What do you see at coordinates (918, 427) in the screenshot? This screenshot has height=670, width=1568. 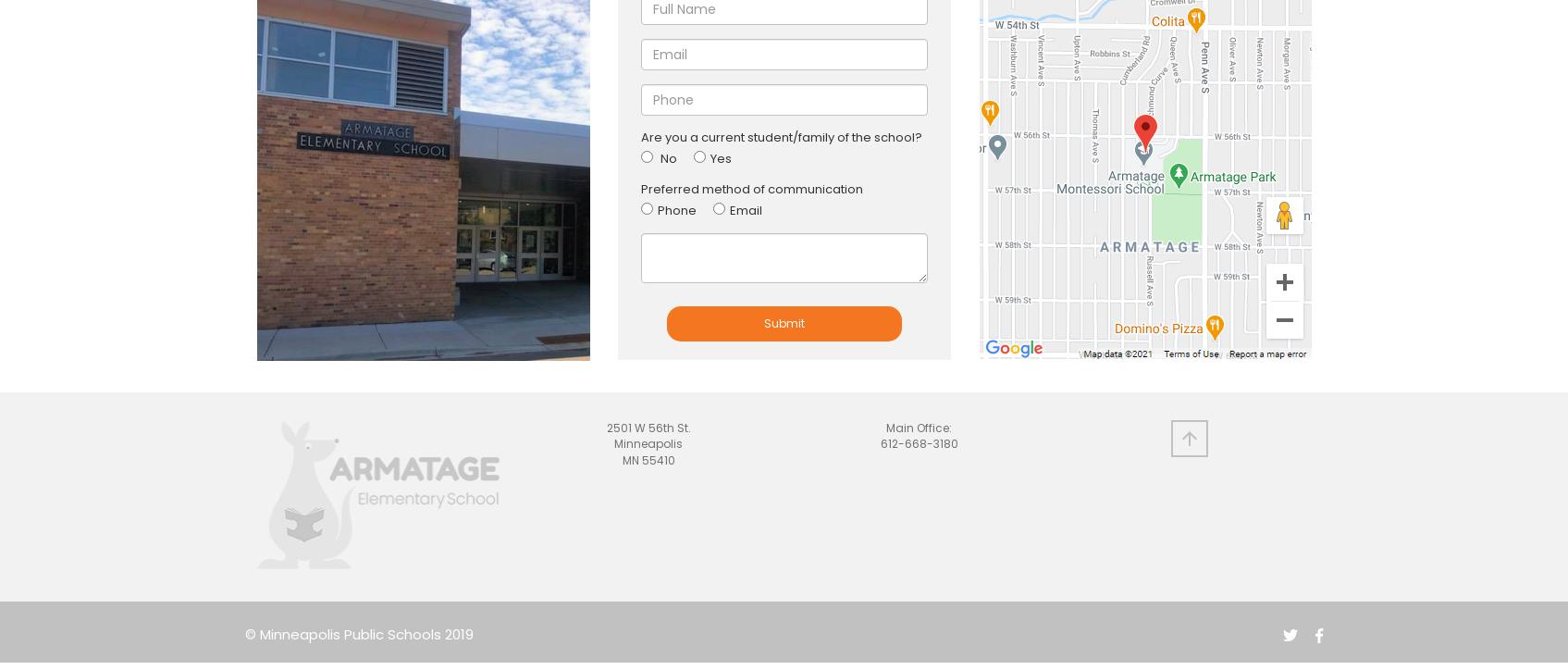 I see `'Main Office:'` at bounding box center [918, 427].